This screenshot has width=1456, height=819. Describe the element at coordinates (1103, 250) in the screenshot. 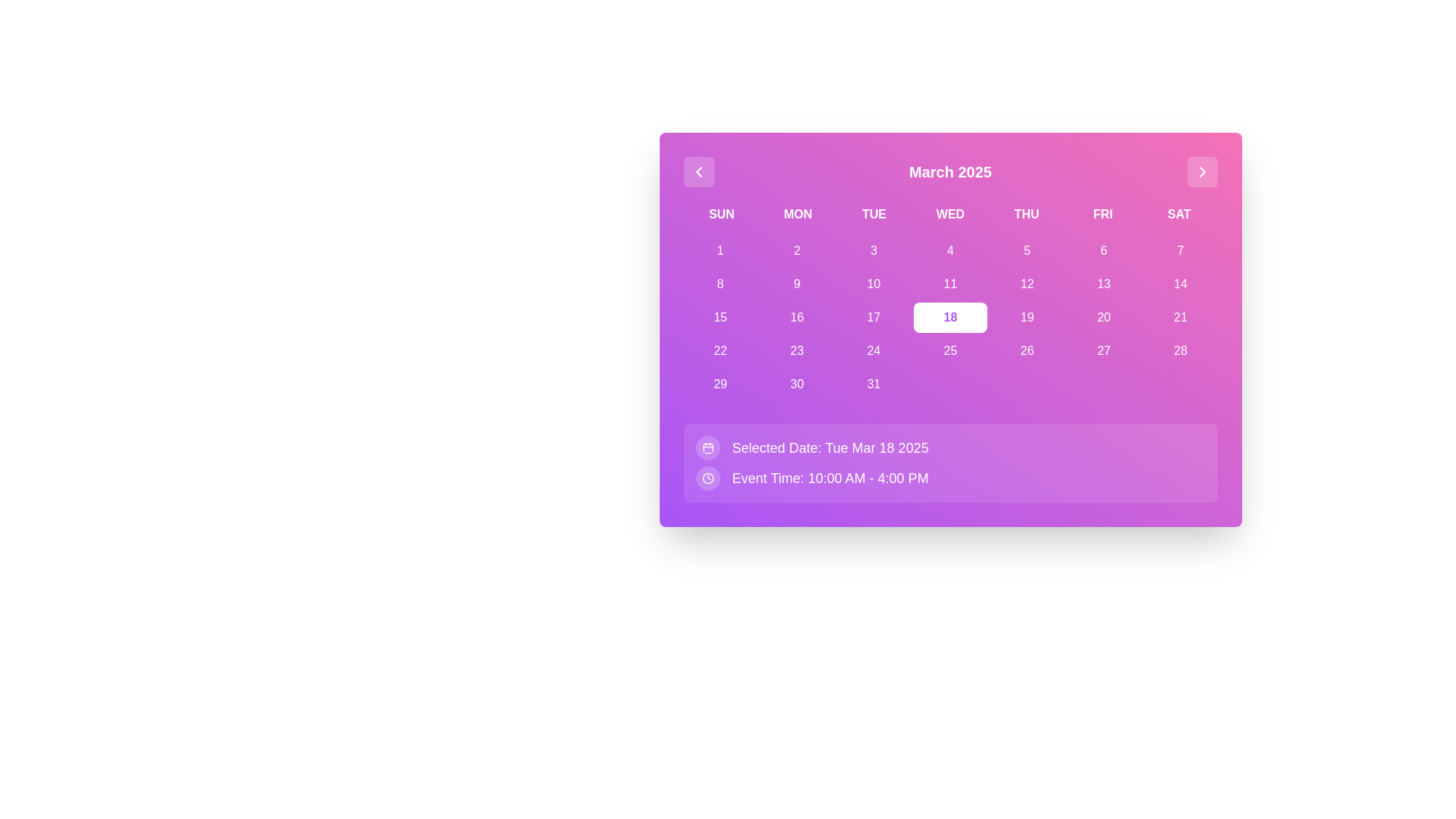

I see `the rounded button labeled '6' with a purple background in the calendar grid` at that location.